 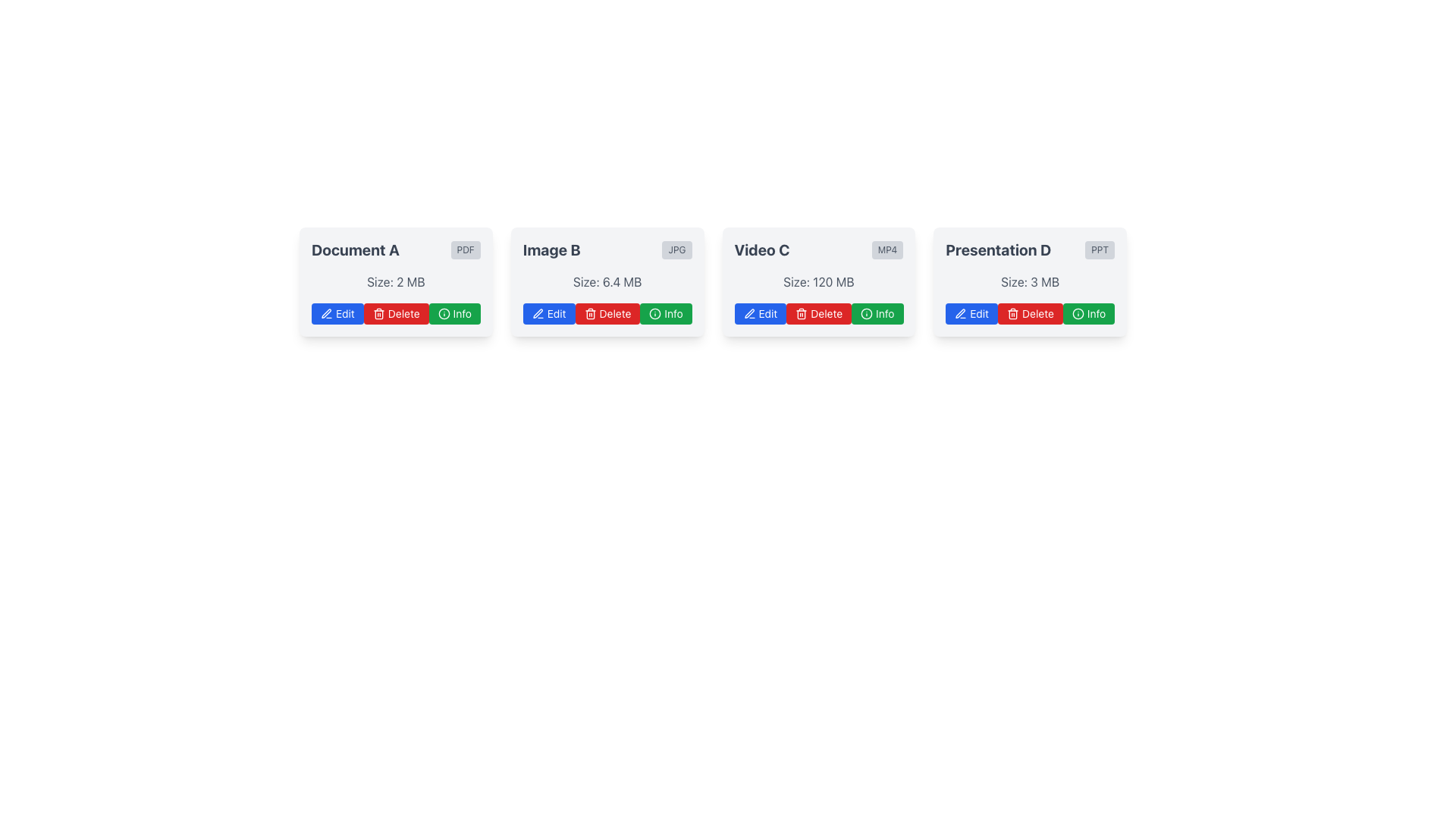 I want to click on the 'Edit' button, which is the leftmost button in the group below 'Image B', so click(x=548, y=312).